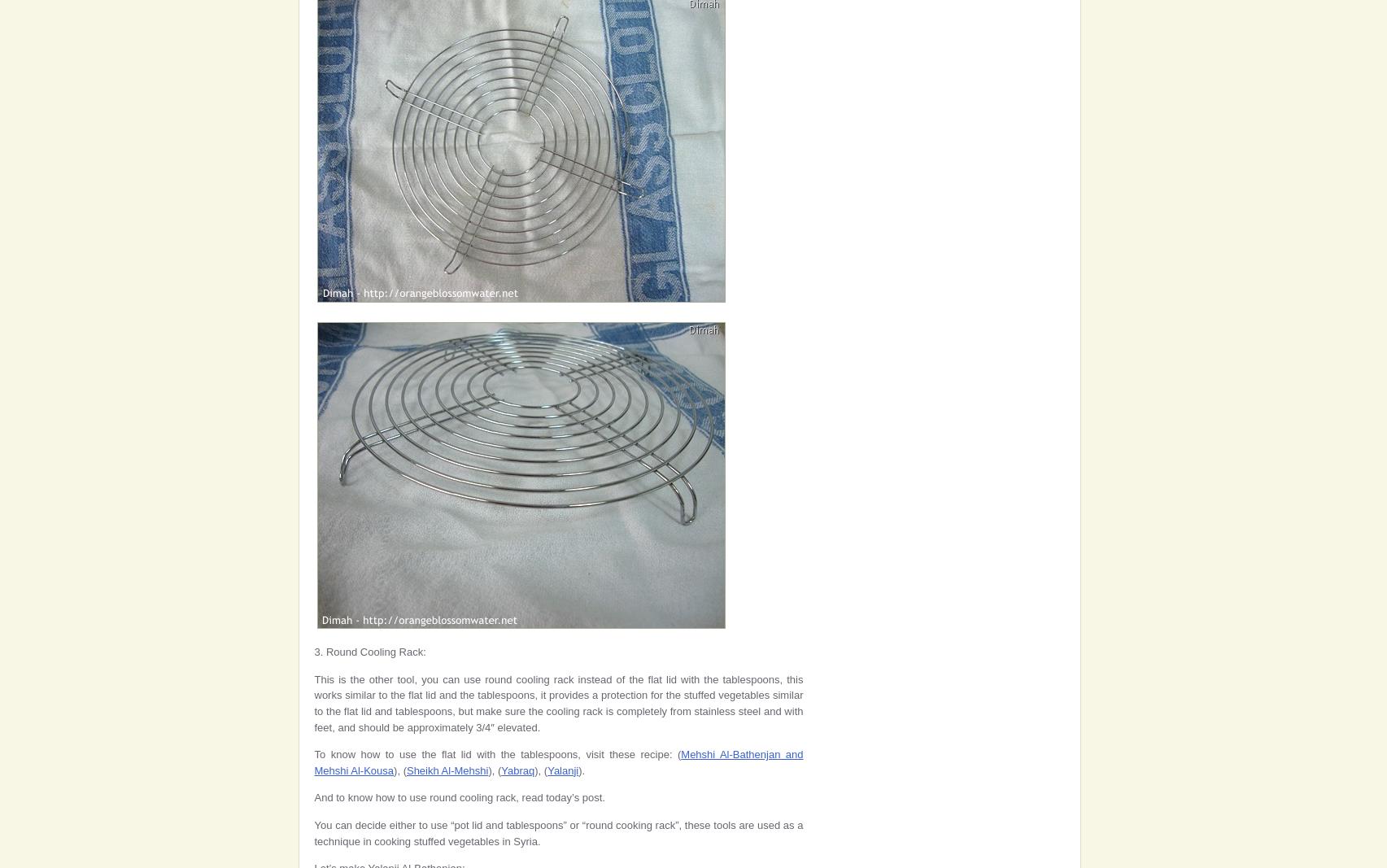 This screenshot has width=1387, height=868. What do you see at coordinates (405, 770) in the screenshot?
I see `'Sheikh Al-Mehshi'` at bounding box center [405, 770].